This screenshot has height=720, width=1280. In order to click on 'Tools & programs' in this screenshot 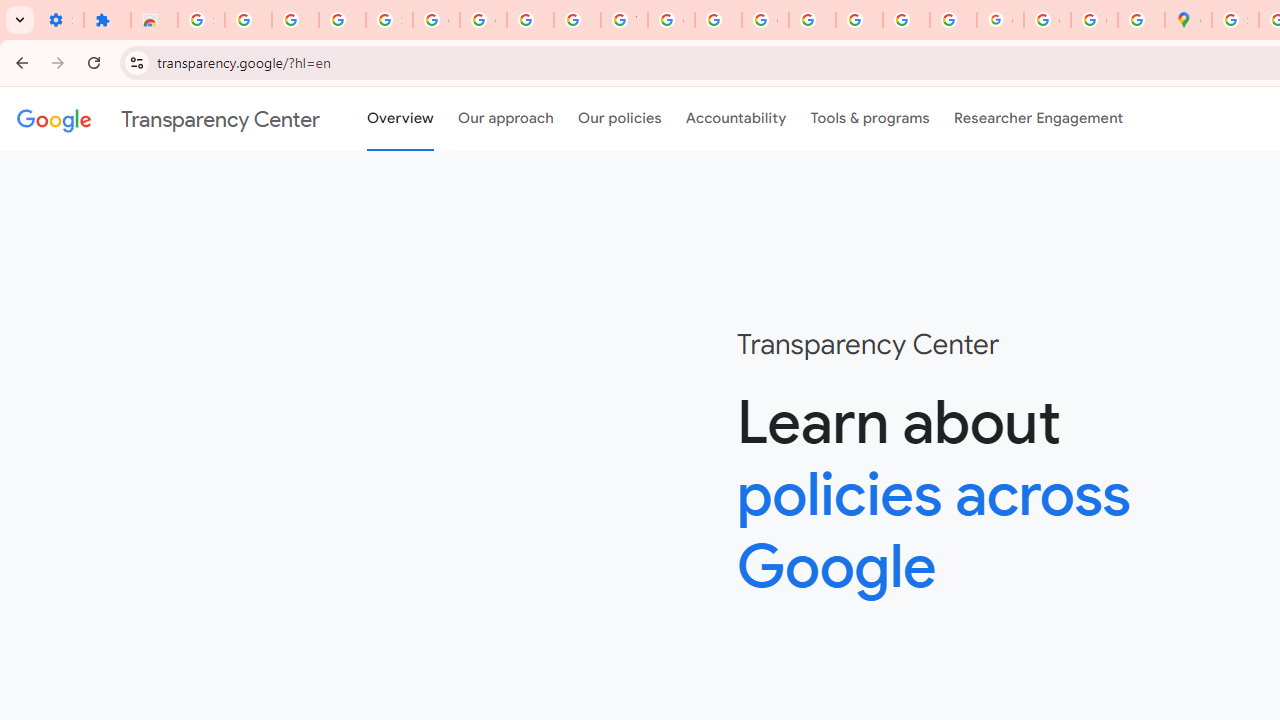, I will do `click(869, 119)`.